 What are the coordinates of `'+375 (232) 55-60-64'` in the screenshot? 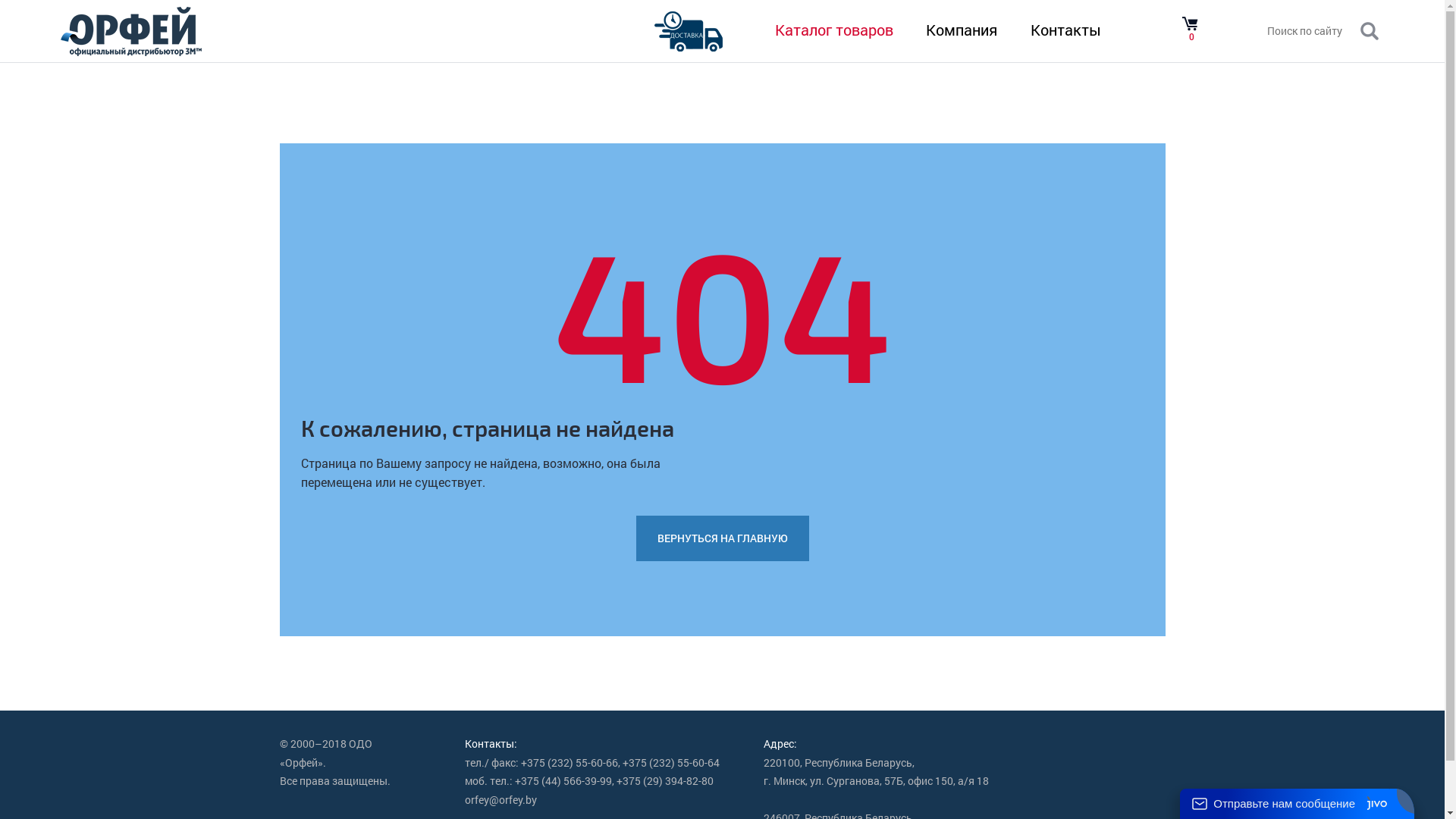 It's located at (670, 763).